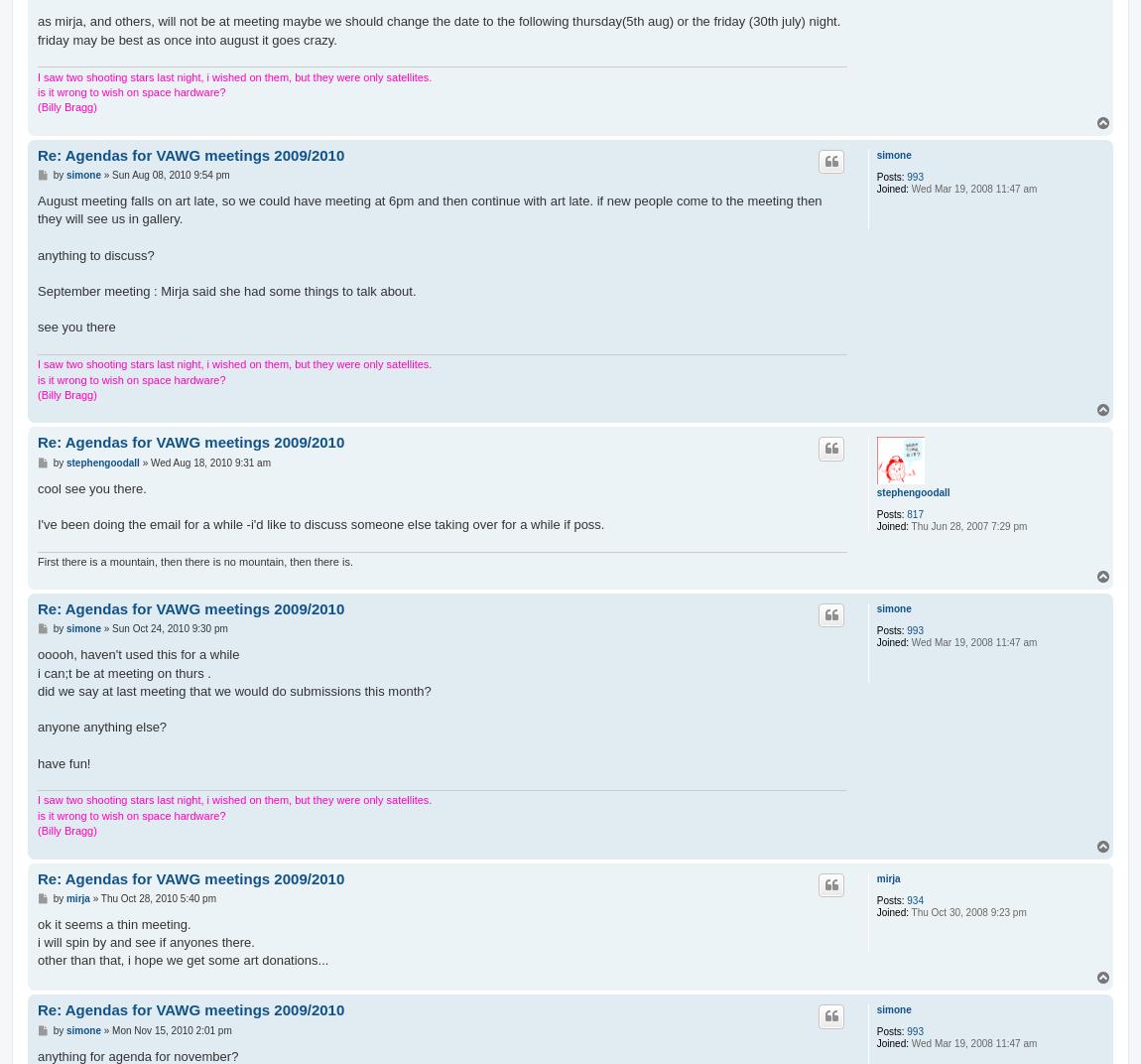  What do you see at coordinates (36, 654) in the screenshot?
I see `'ooooh, haven't used this for a while'` at bounding box center [36, 654].